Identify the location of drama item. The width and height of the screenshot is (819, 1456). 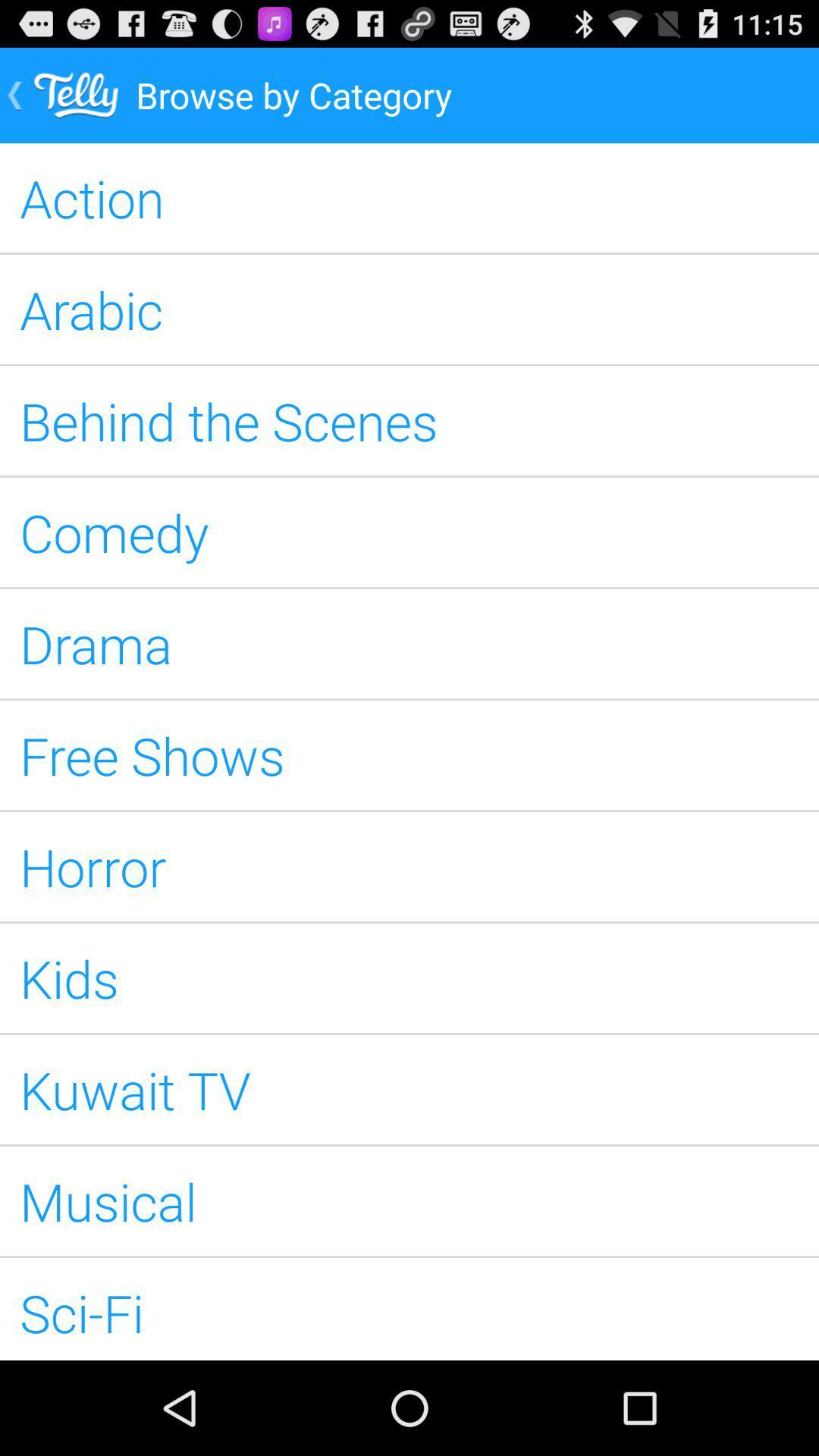
(409, 644).